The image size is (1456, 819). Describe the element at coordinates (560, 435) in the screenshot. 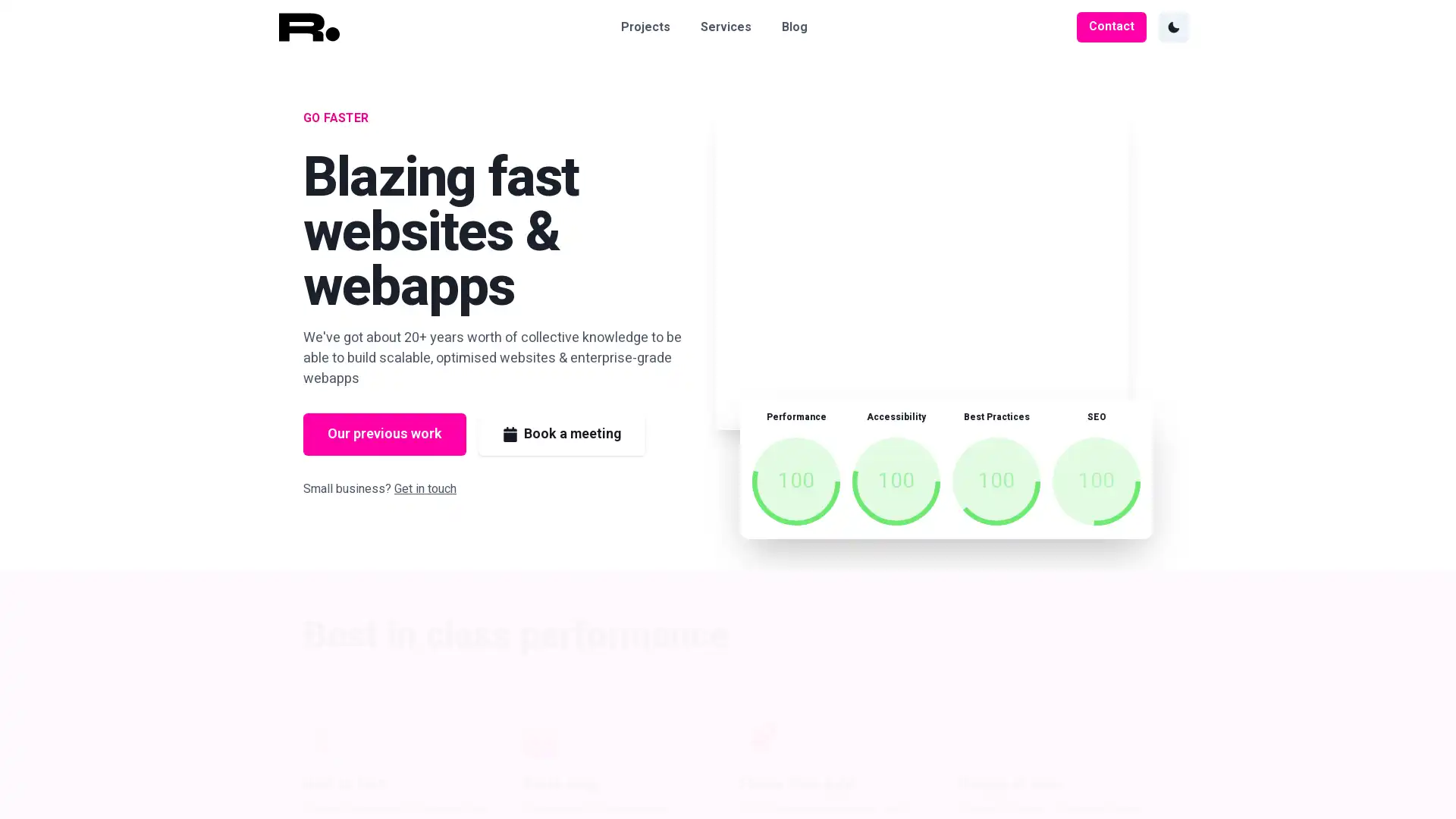

I see `Book a meeting` at that location.